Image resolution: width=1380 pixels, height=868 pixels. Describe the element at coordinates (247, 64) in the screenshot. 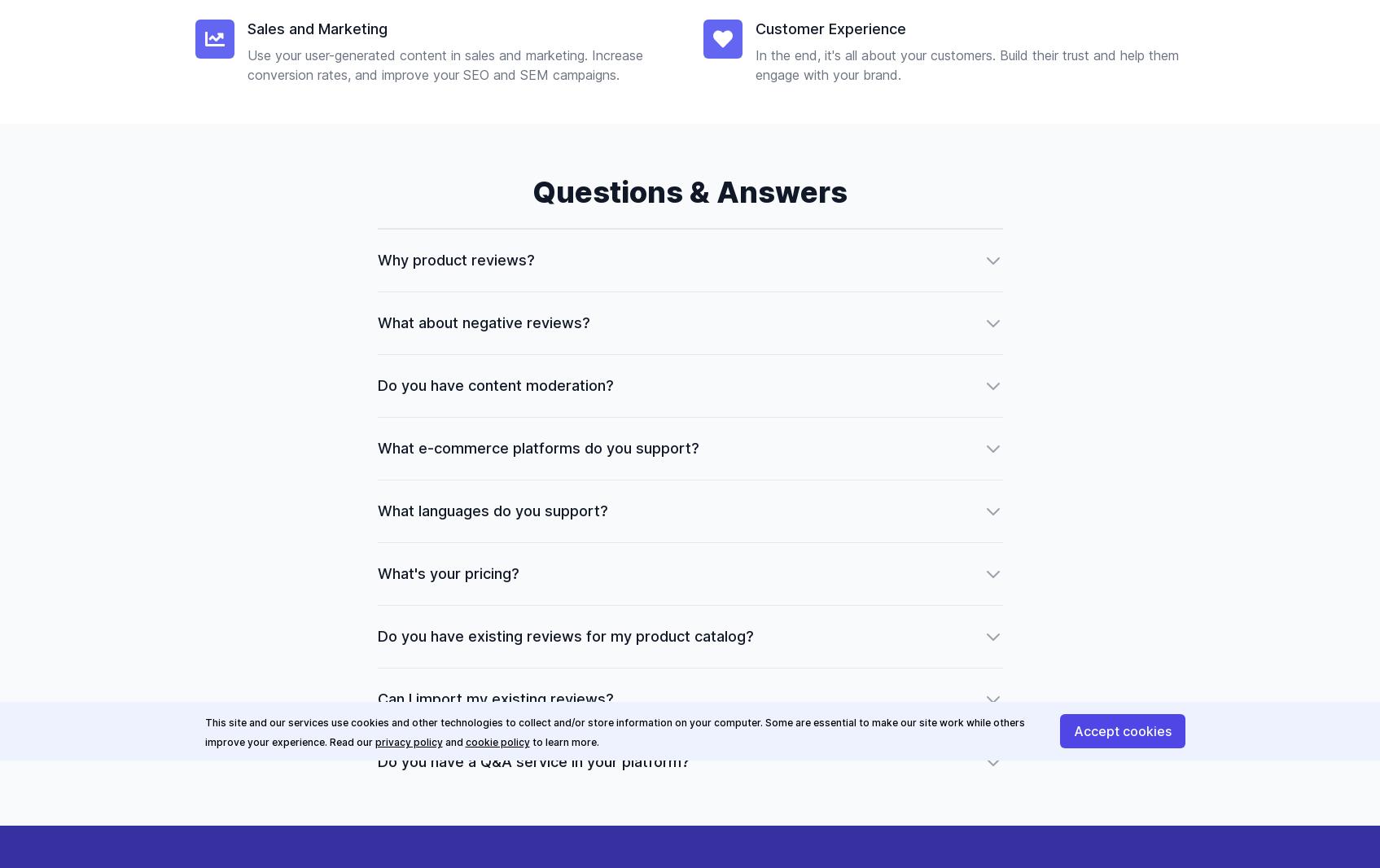

I see `'Use your user-generated content in sales and marketing. Increase conversion rates, and improve your SEO and SEM campaigns.'` at that location.